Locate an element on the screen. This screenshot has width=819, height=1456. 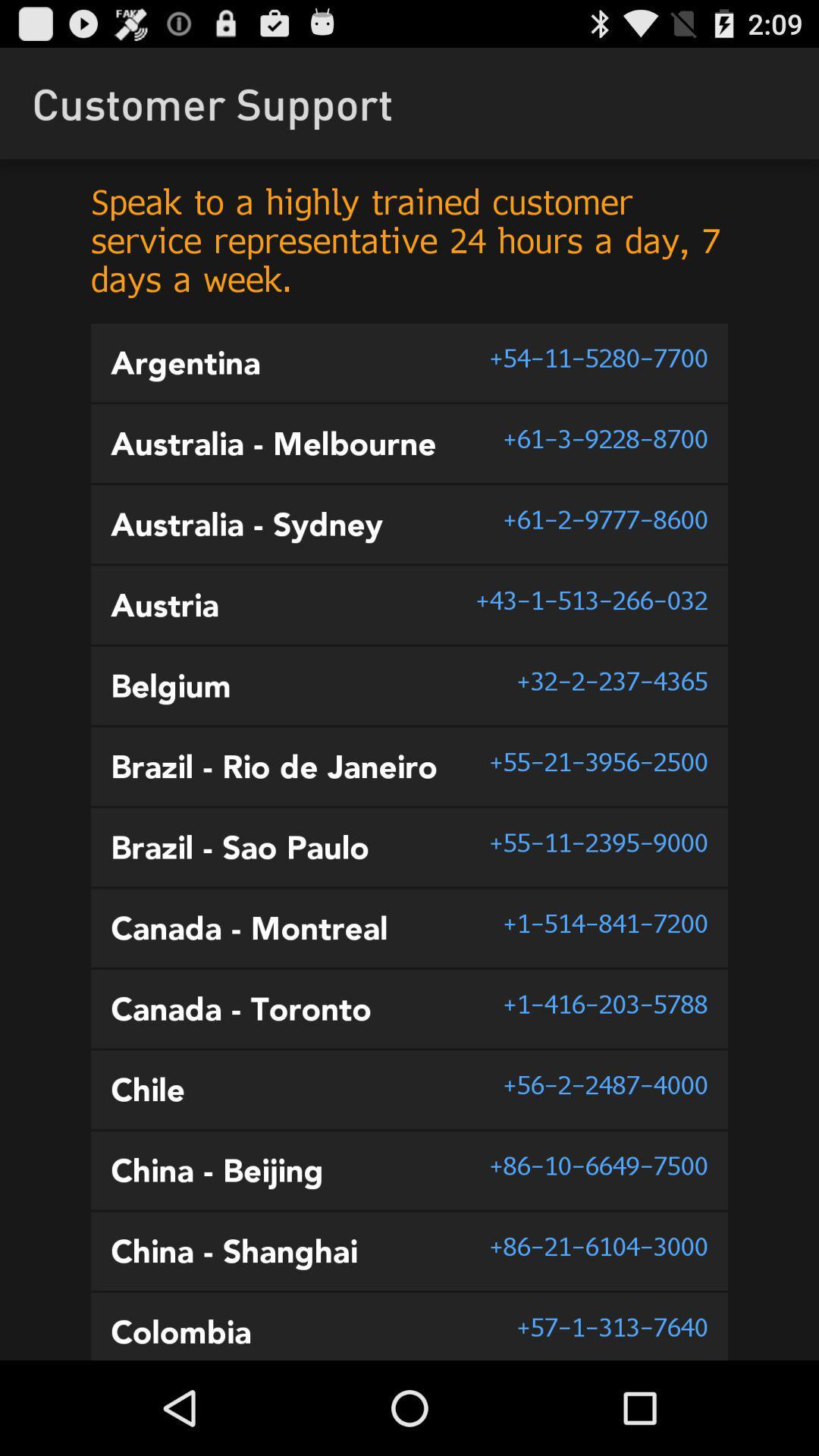
the item below 1 514 841 is located at coordinates (604, 1004).